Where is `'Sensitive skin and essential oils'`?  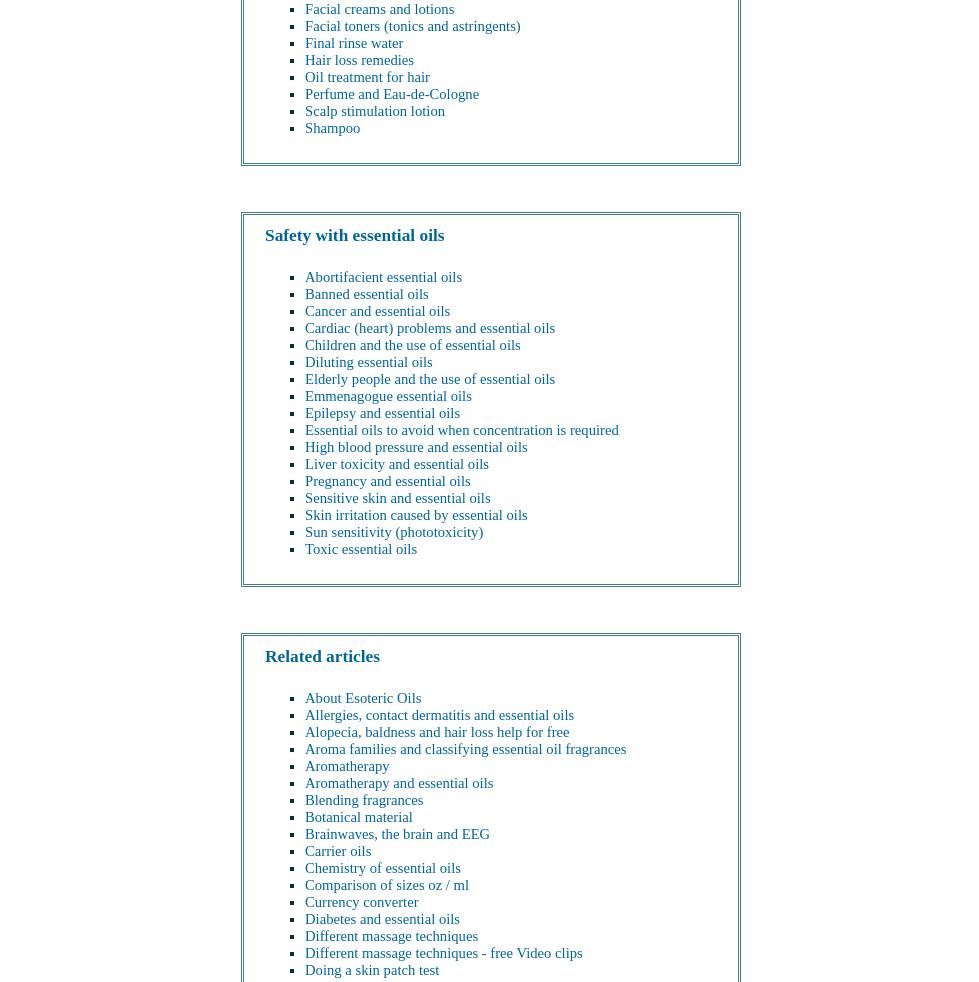
'Sensitive skin and essential oils' is located at coordinates (304, 496).